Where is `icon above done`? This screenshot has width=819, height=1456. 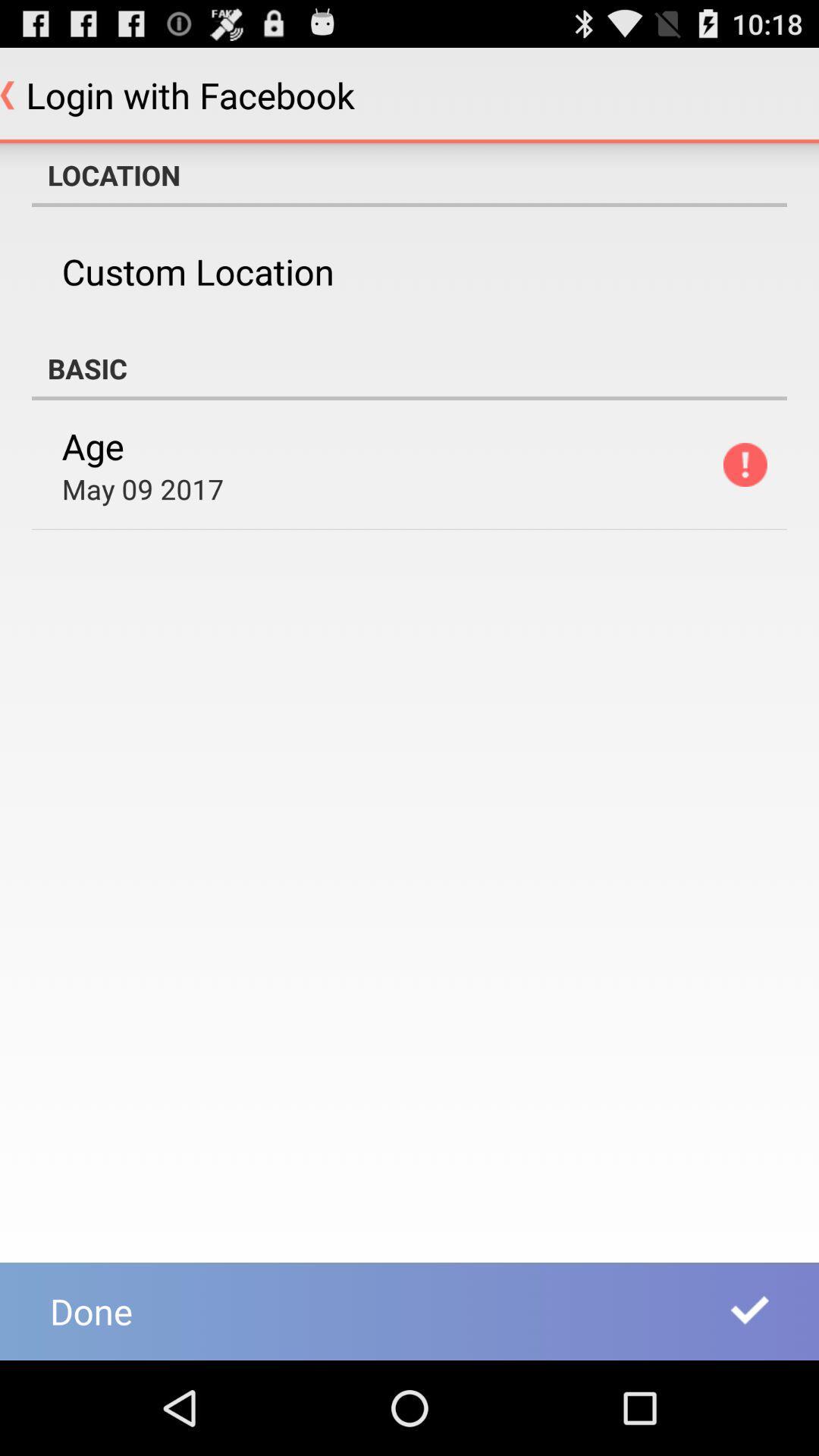 icon above done is located at coordinates (143, 488).